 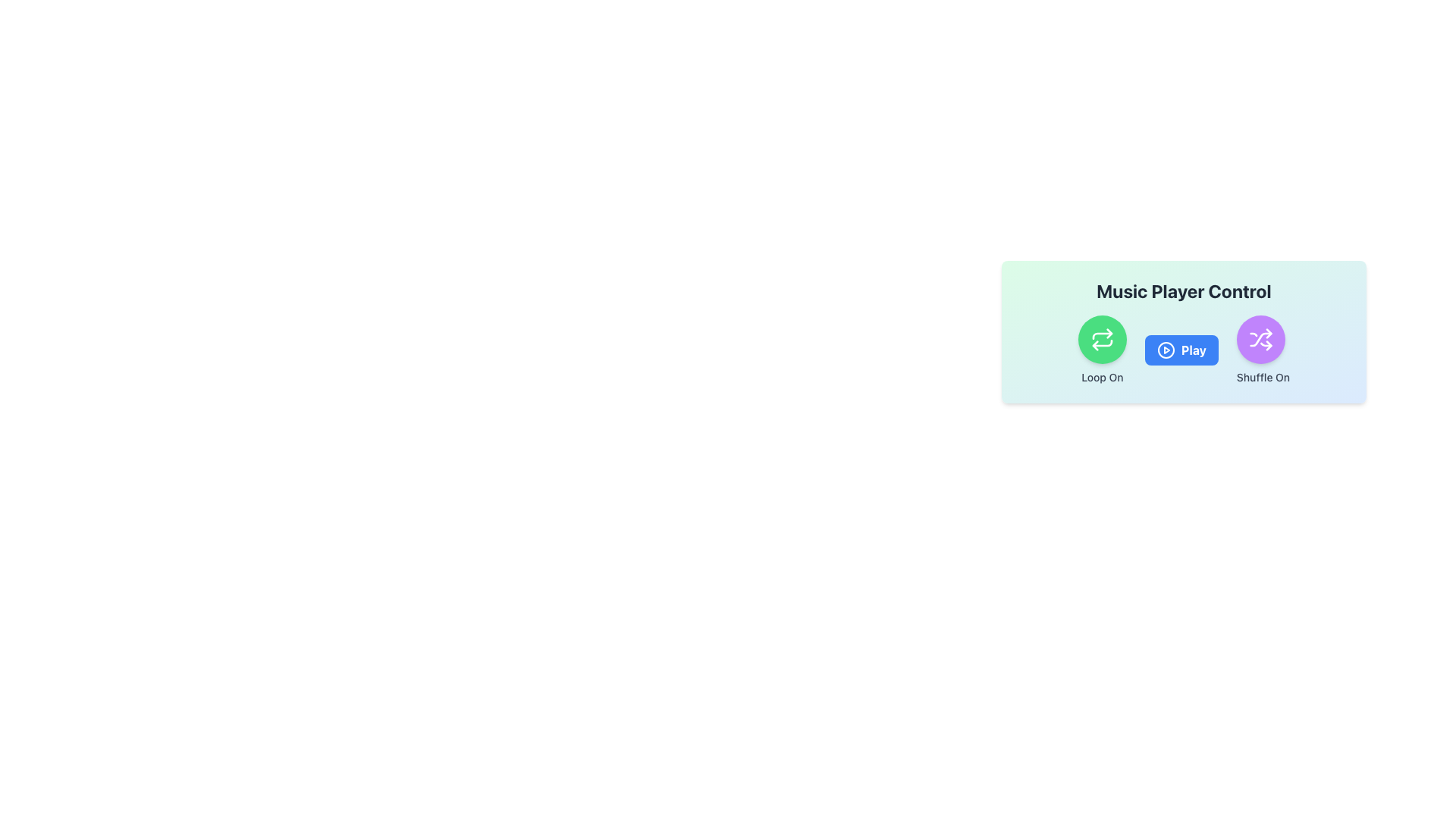 What do you see at coordinates (1260, 338) in the screenshot?
I see `the shuffle button, which is the third icon in a group of three circular buttons` at bounding box center [1260, 338].